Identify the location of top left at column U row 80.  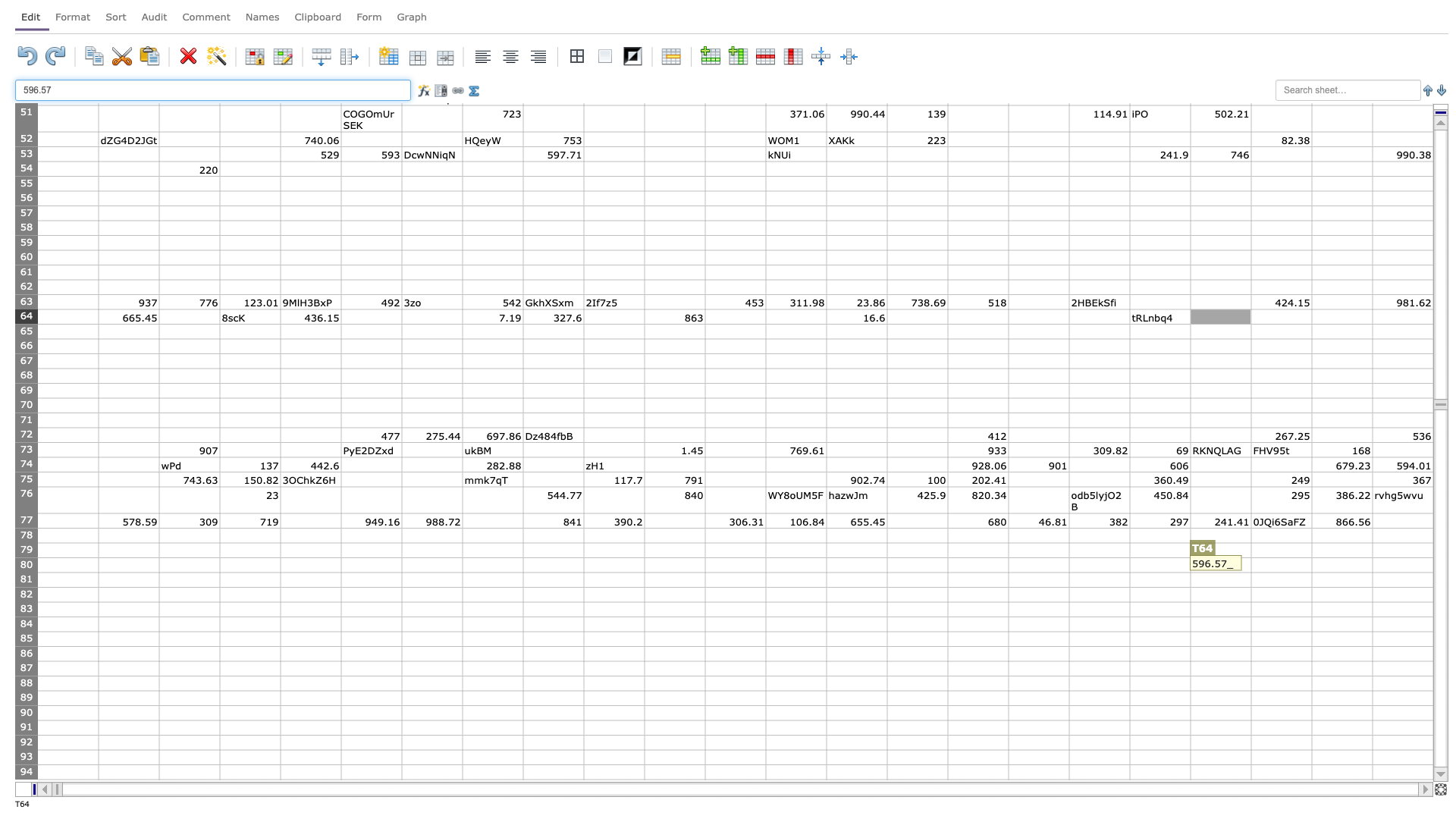
(1251, 557).